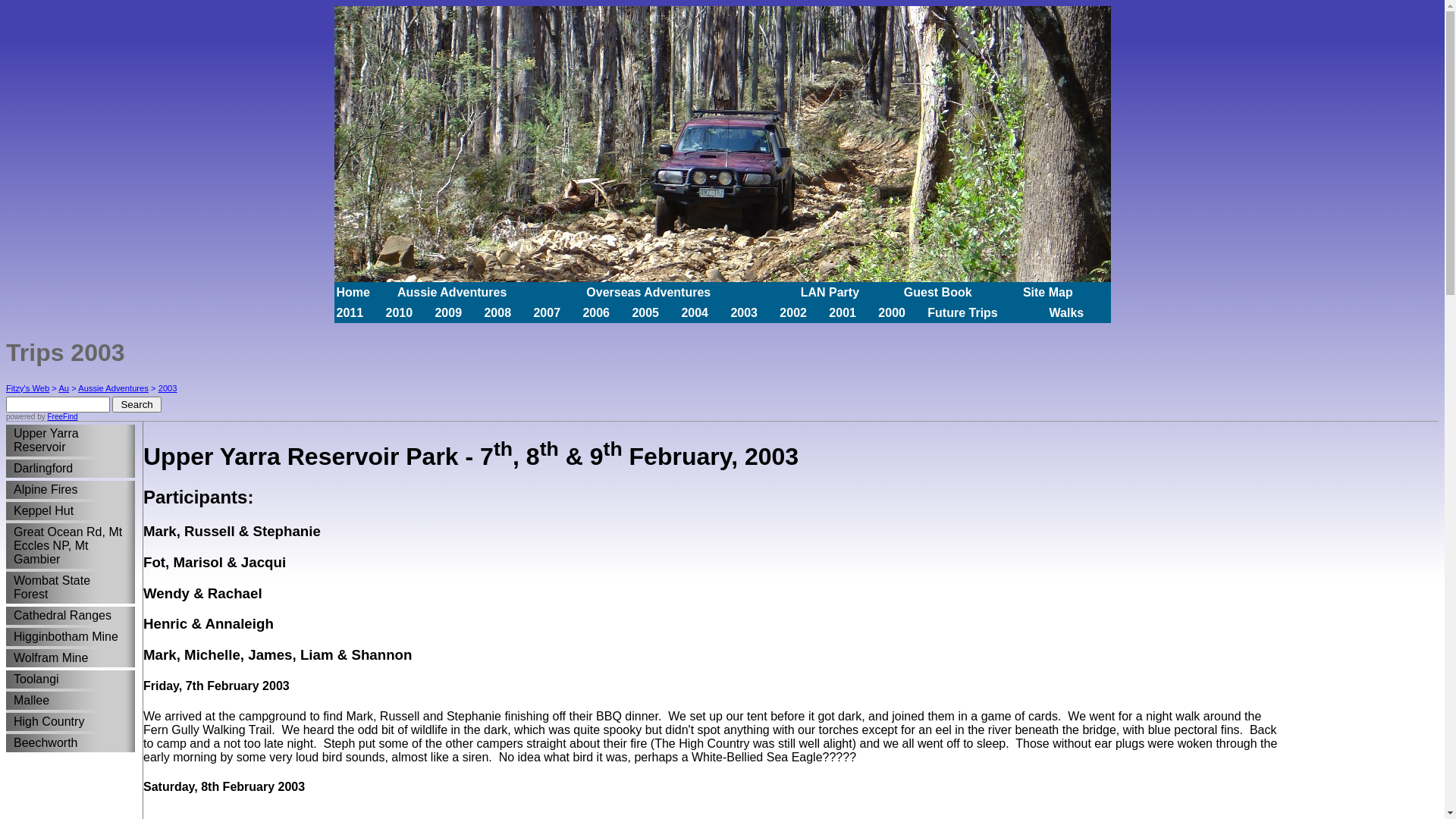 This screenshot has width=1456, height=819. I want to click on 'FreeFind', so click(61, 416).